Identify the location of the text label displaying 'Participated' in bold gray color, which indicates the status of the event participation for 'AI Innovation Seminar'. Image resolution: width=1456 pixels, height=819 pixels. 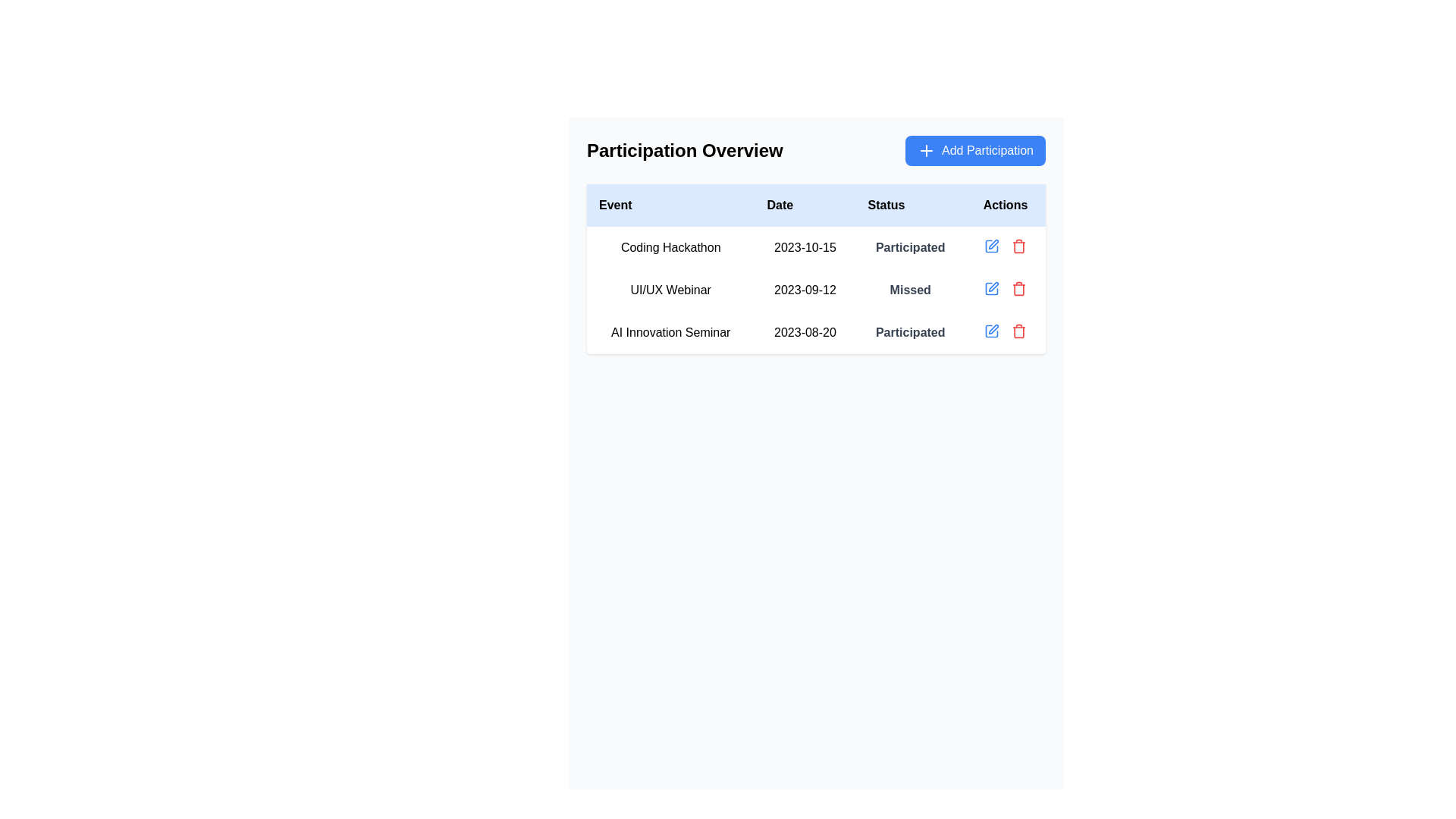
(910, 332).